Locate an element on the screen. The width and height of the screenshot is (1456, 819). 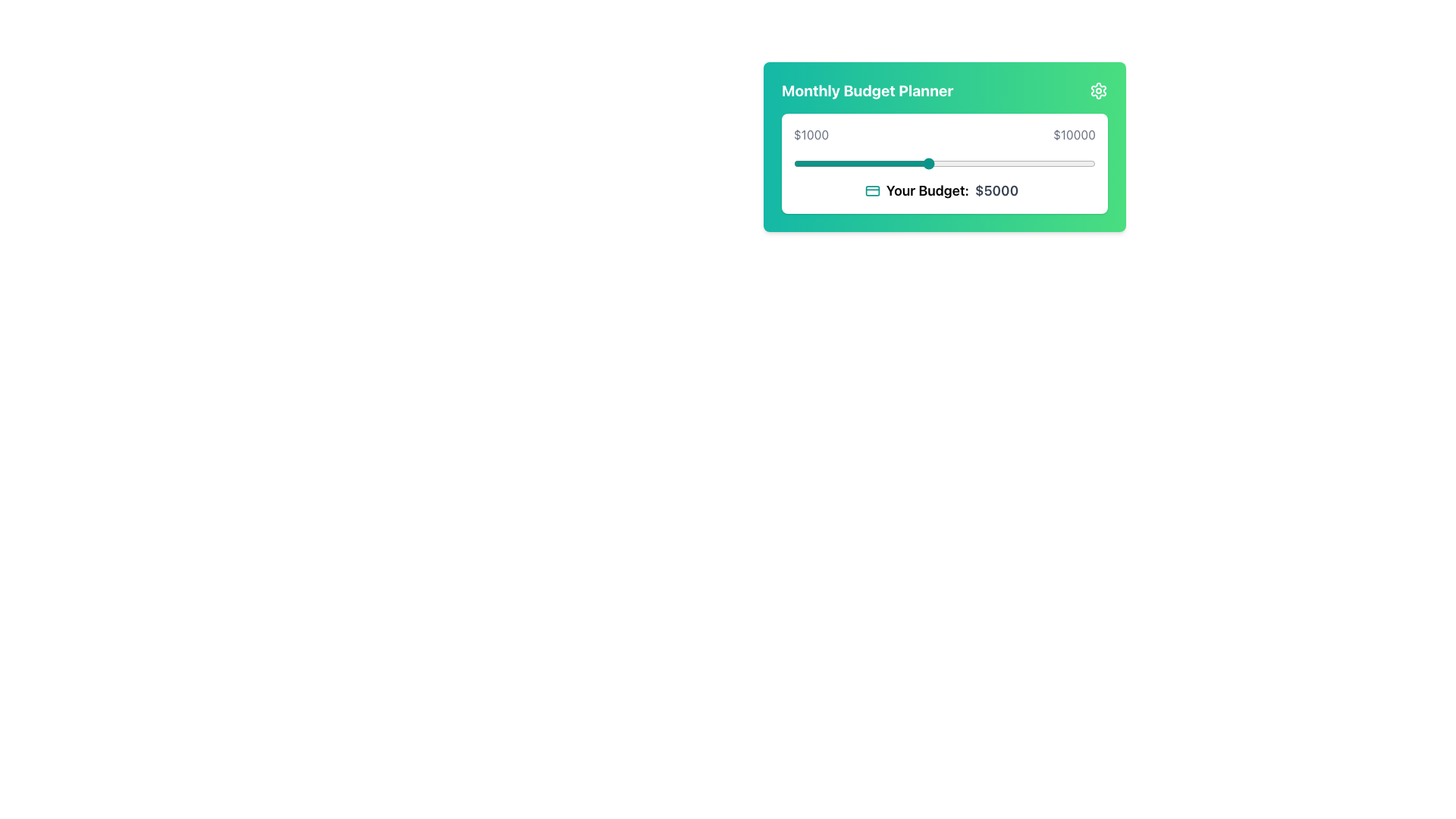
the budget slider is located at coordinates (924, 164).